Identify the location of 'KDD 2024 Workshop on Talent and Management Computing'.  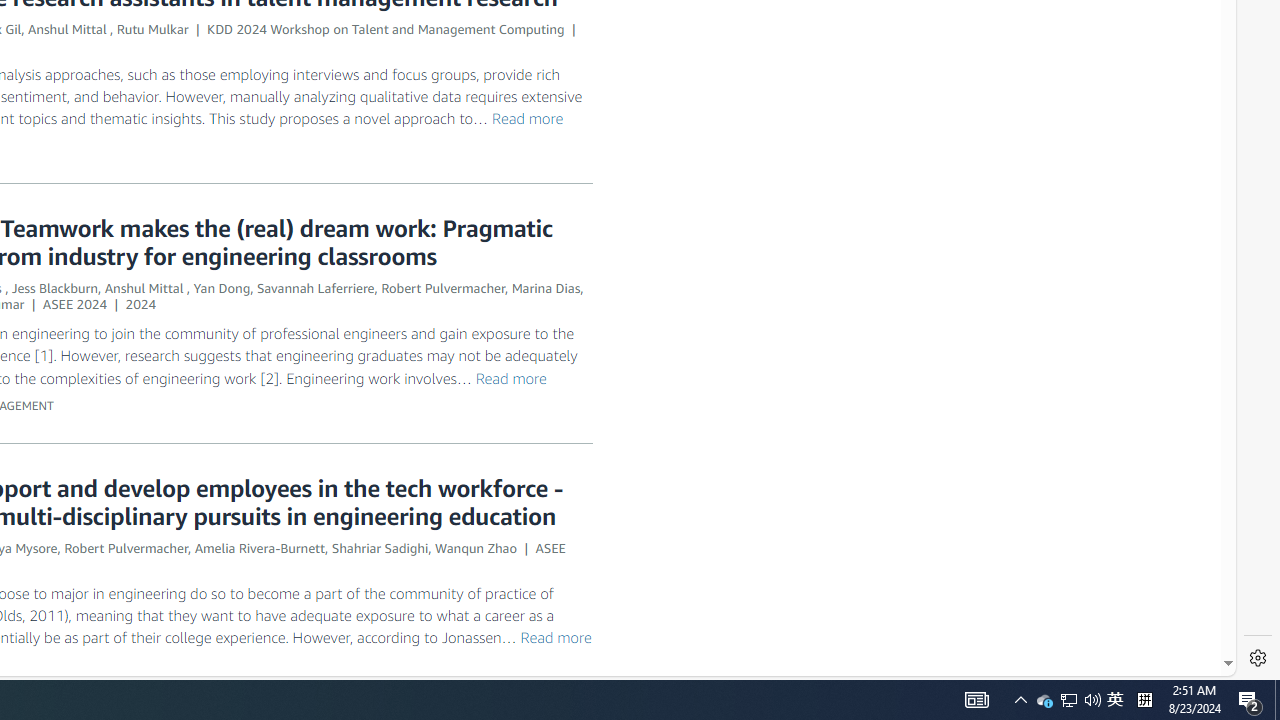
(385, 29).